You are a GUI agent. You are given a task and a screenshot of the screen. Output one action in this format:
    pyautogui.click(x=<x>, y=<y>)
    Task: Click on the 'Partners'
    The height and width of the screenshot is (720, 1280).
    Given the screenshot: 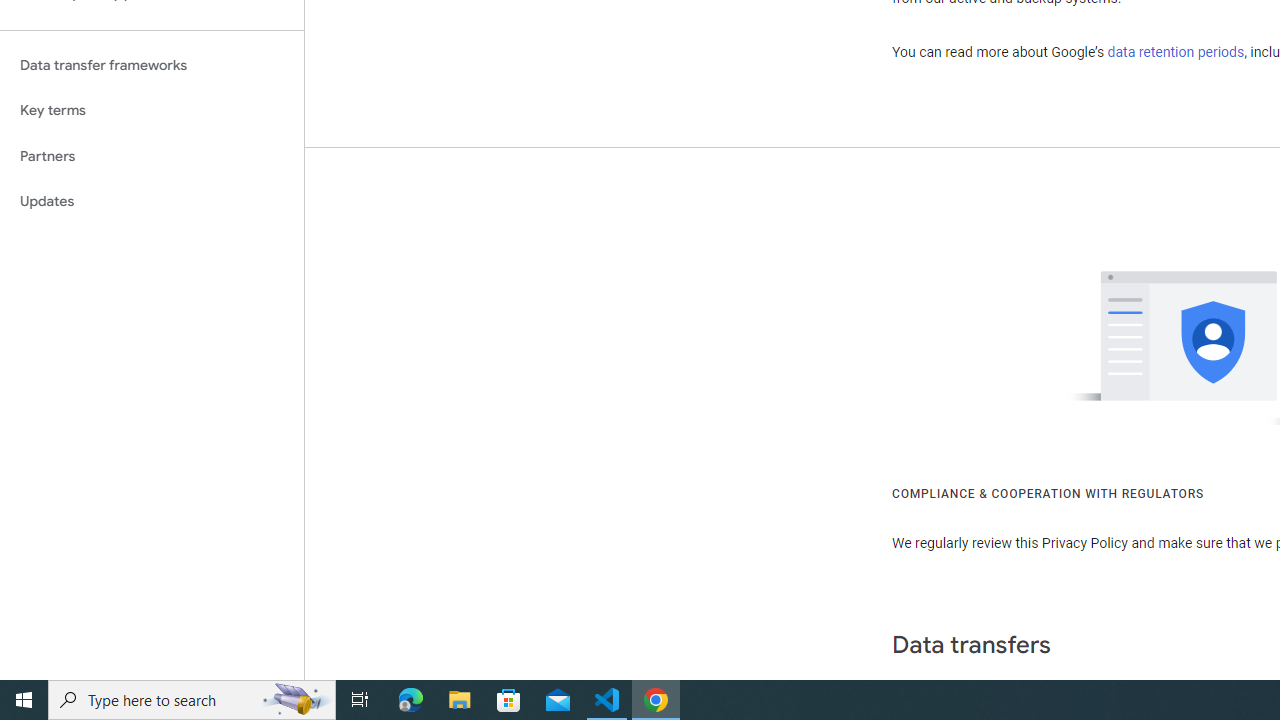 What is the action you would take?
    pyautogui.click(x=151, y=155)
    